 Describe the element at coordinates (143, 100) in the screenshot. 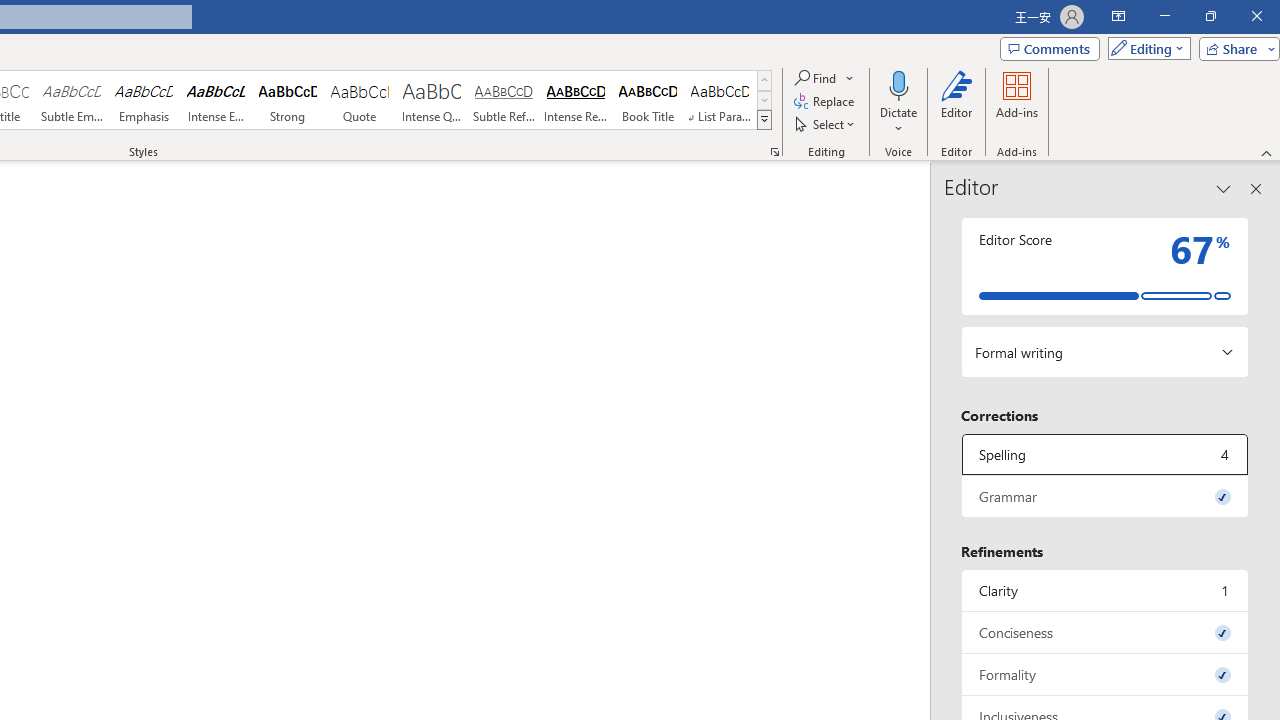

I see `'Emphasis'` at that location.